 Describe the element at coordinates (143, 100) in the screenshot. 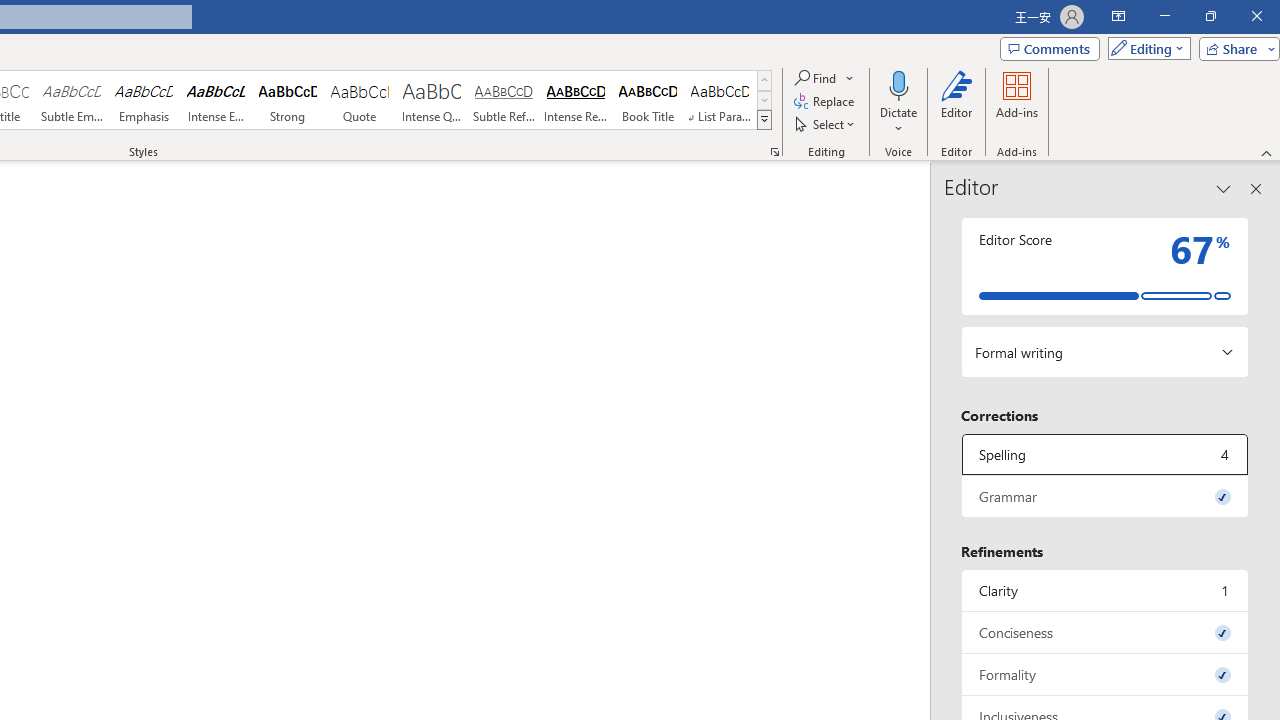

I see `'Emphasis'` at that location.